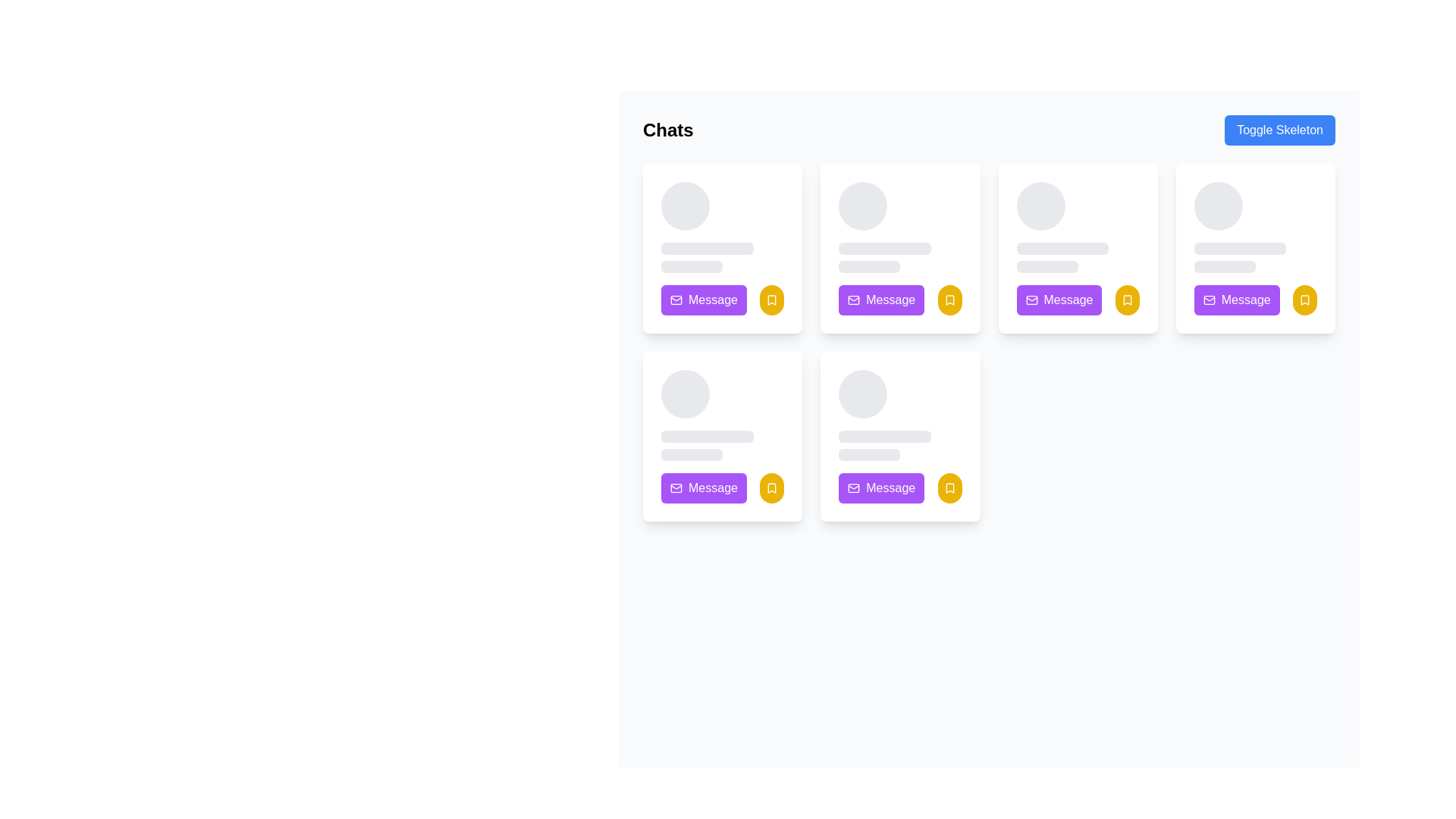  Describe the element at coordinates (949, 300) in the screenshot. I see `the bookmark toggle button located in the second column of the top row of the card components grid` at that location.